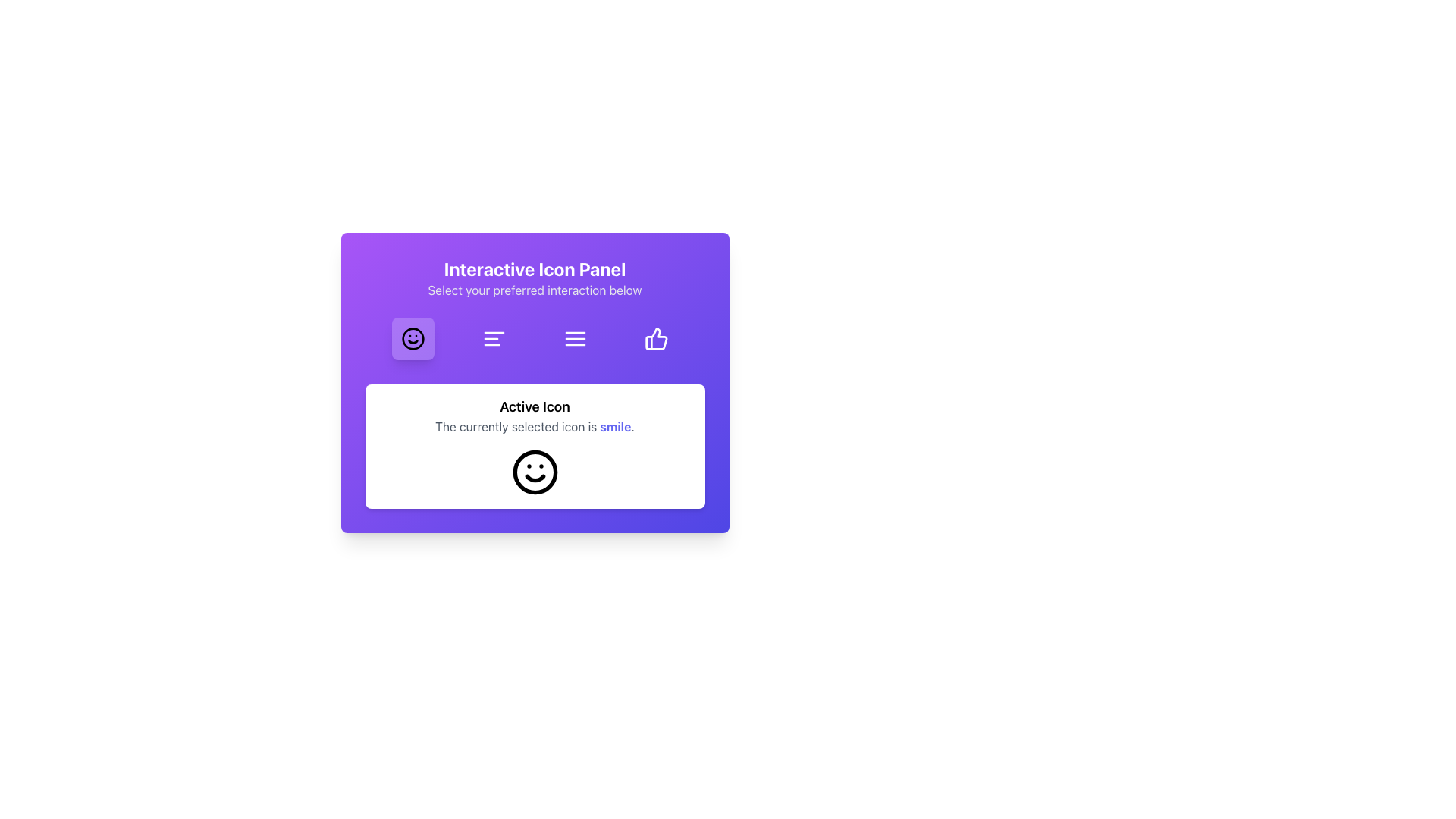 The image size is (1456, 819). What do you see at coordinates (535, 472) in the screenshot?
I see `the smiley face icon, which is the active icon located below the header 'Interactive Icon Panel' on a purple panel` at bounding box center [535, 472].